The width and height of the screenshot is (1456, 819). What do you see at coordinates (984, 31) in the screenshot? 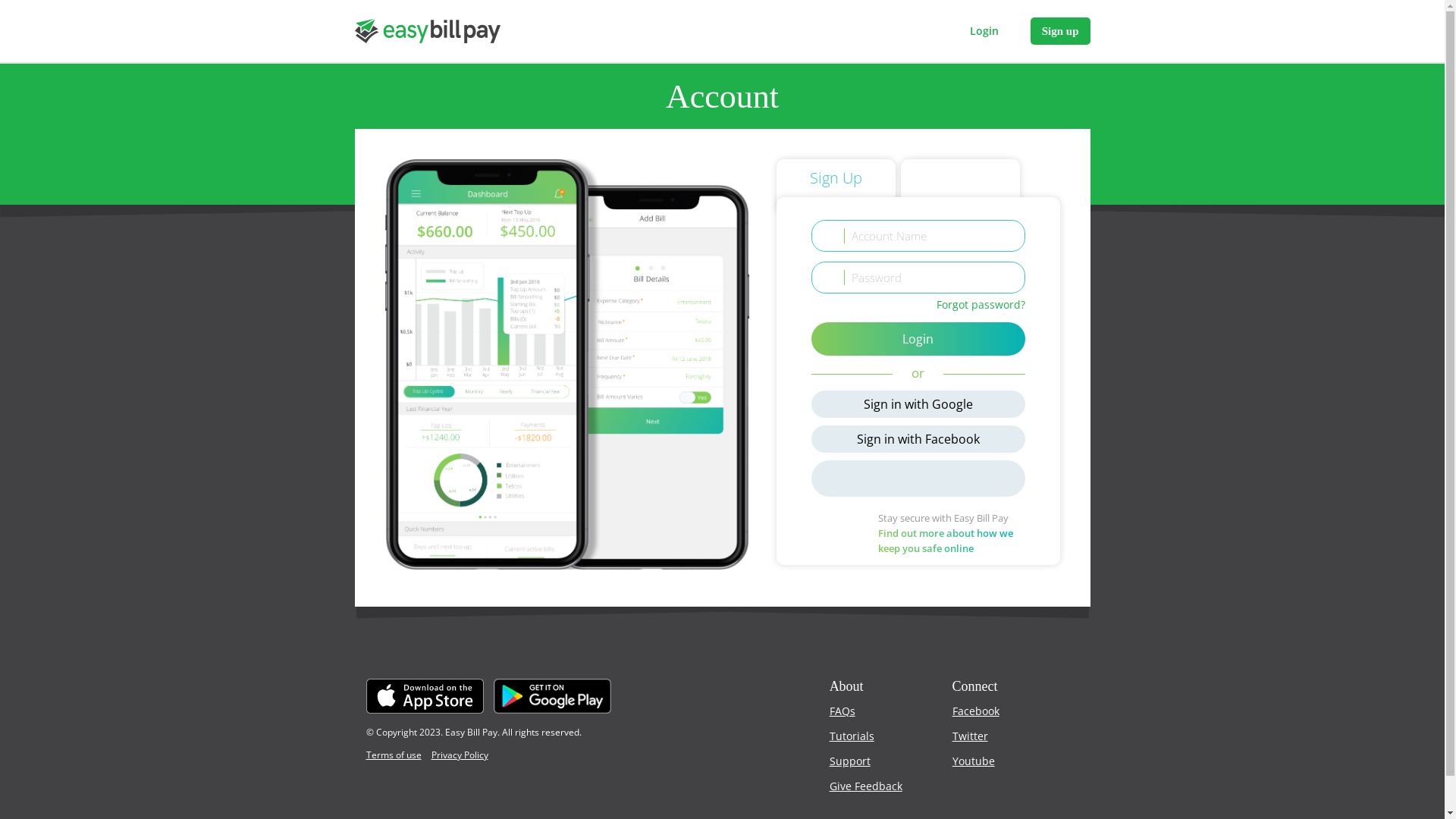
I see `'Login'` at bounding box center [984, 31].